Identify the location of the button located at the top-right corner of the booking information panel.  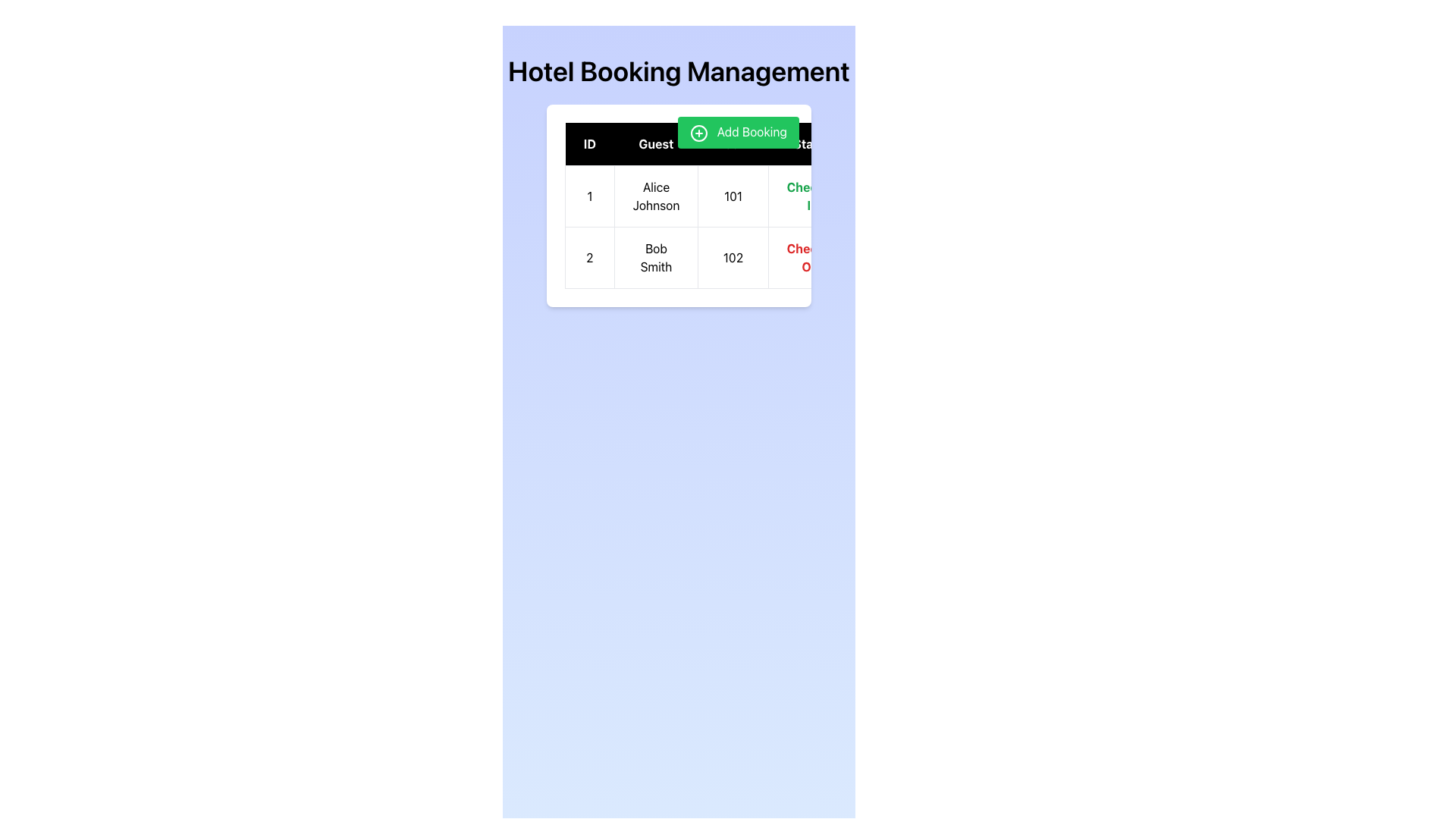
(738, 131).